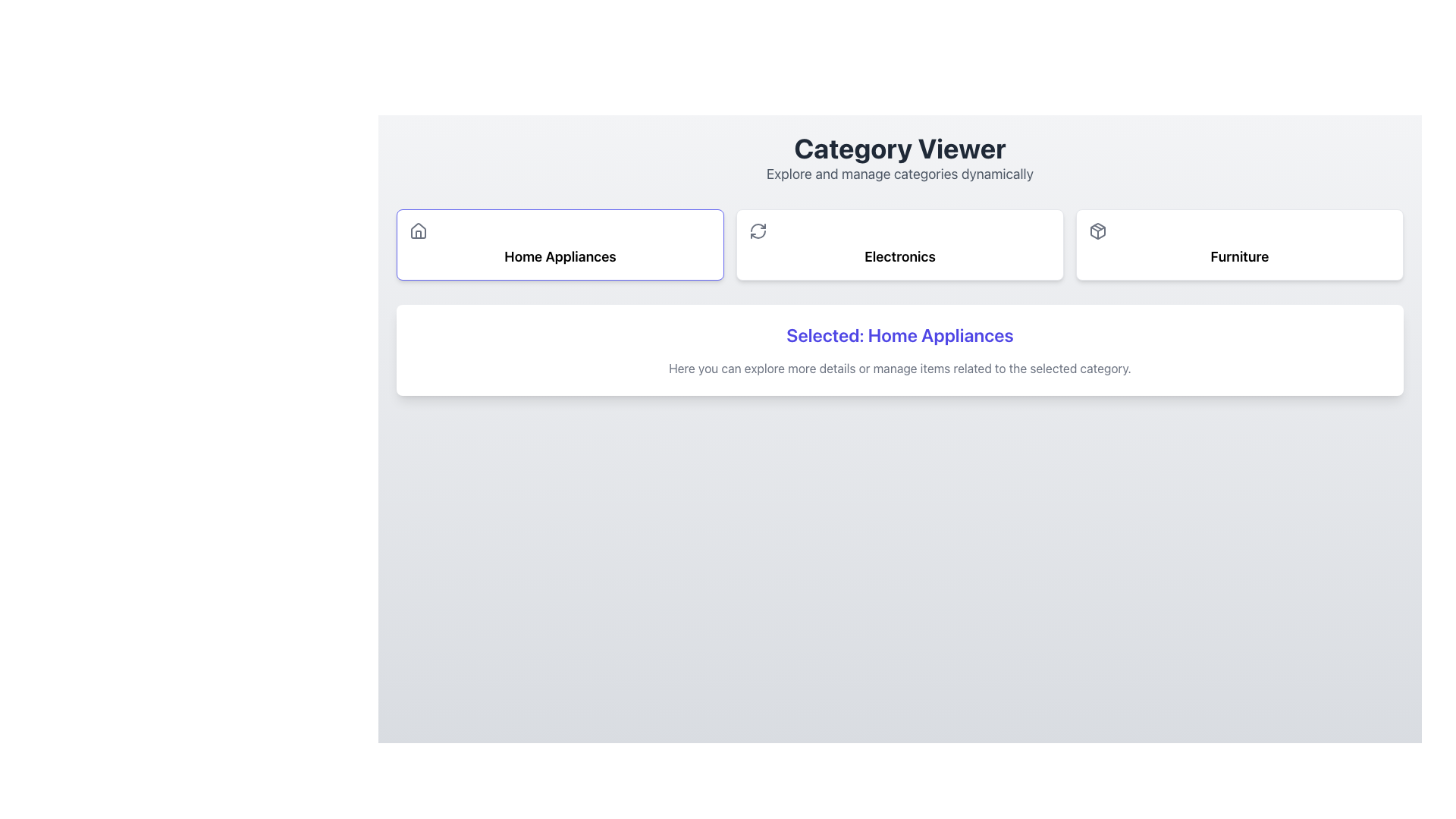  Describe the element at coordinates (899, 369) in the screenshot. I see `the static text label that provides instructions or context regarding the selected category, located below the 'Selected: Home Appliances' text` at that location.